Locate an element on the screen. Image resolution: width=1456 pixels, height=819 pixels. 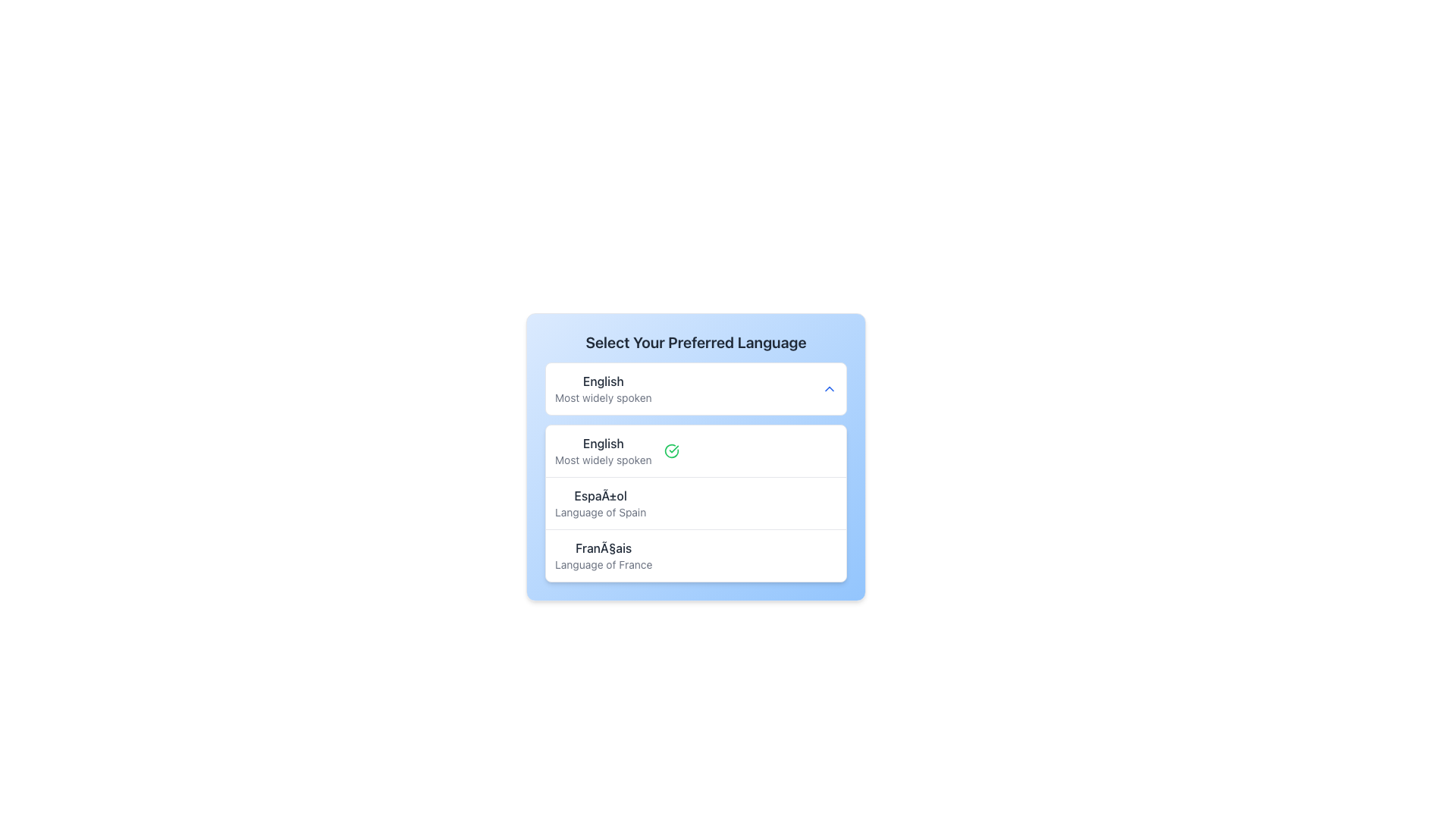
the List item for 'Español' is located at coordinates (695, 503).